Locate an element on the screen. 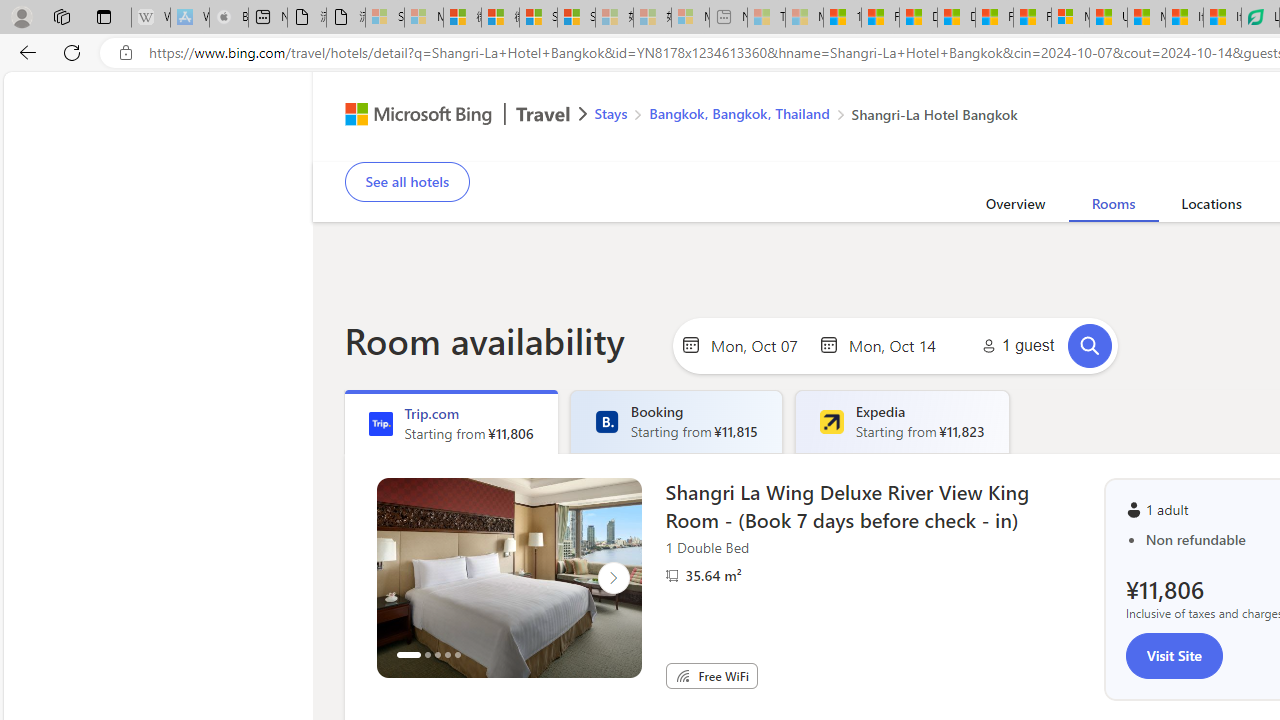 This screenshot has width=1280, height=720. 'Buy iPad - Apple - Sleeping' is located at coordinates (229, 17).